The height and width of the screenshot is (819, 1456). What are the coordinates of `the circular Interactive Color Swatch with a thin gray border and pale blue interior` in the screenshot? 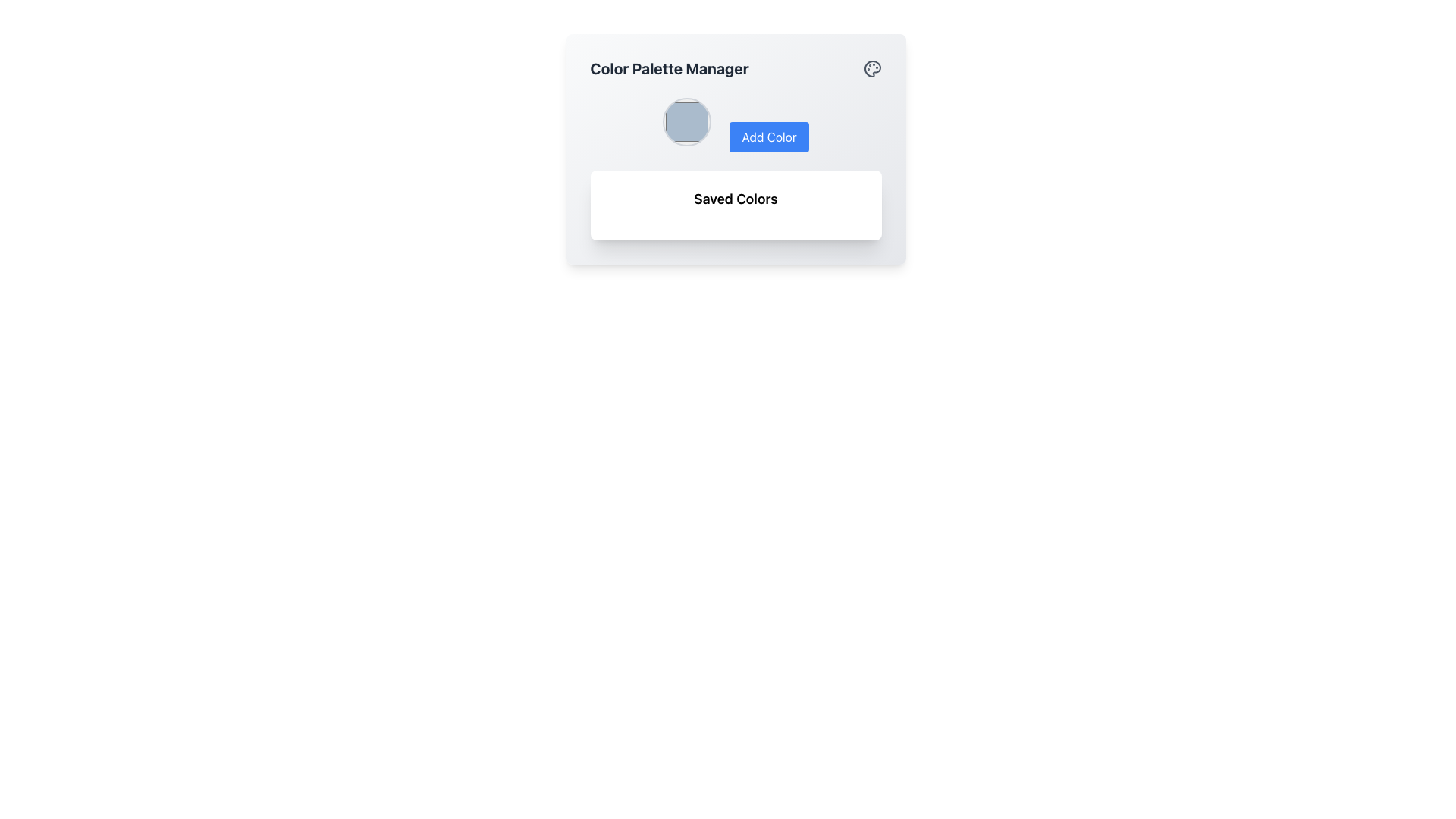 It's located at (686, 121).